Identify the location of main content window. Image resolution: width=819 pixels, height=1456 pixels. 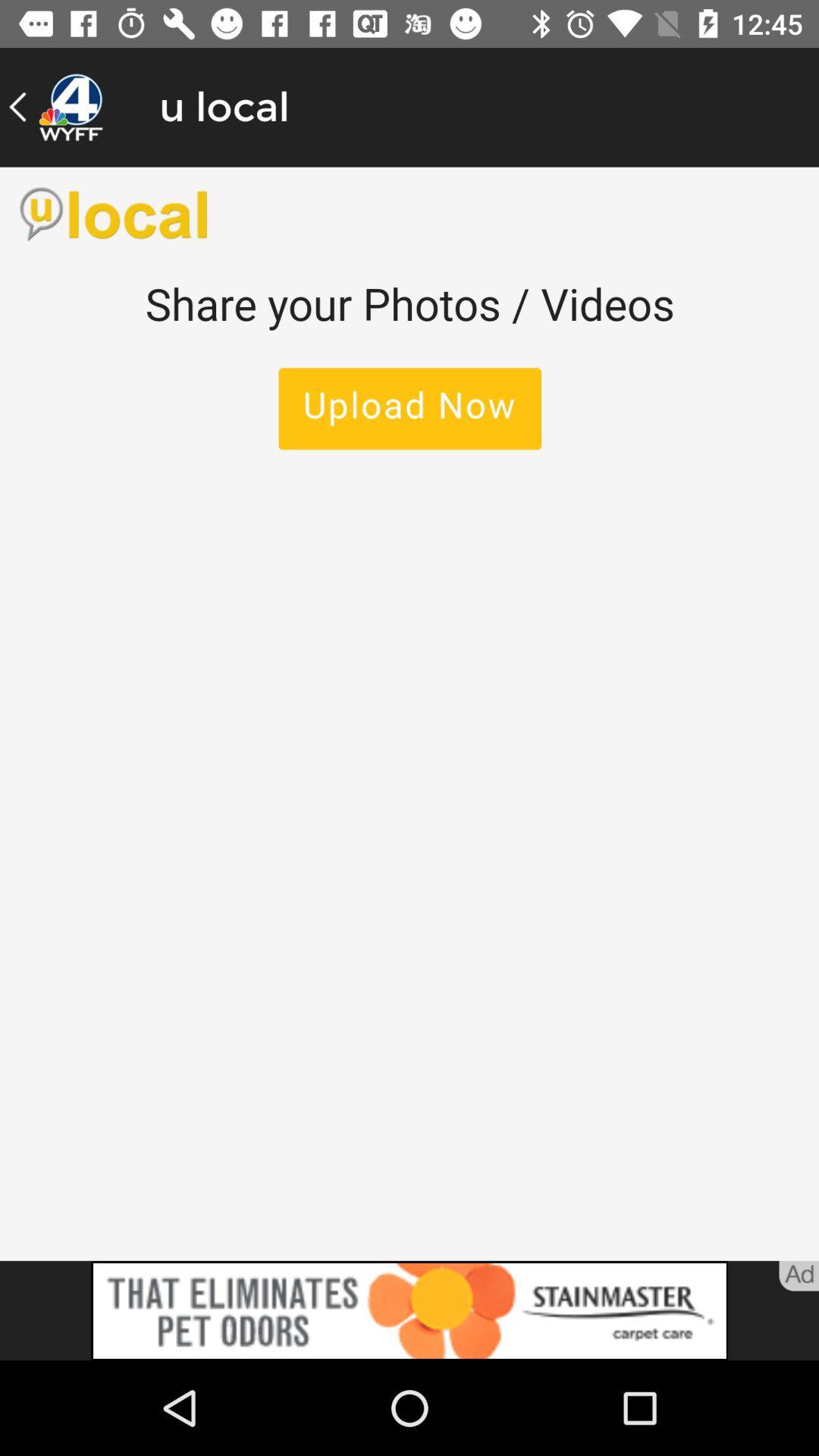
(409, 713).